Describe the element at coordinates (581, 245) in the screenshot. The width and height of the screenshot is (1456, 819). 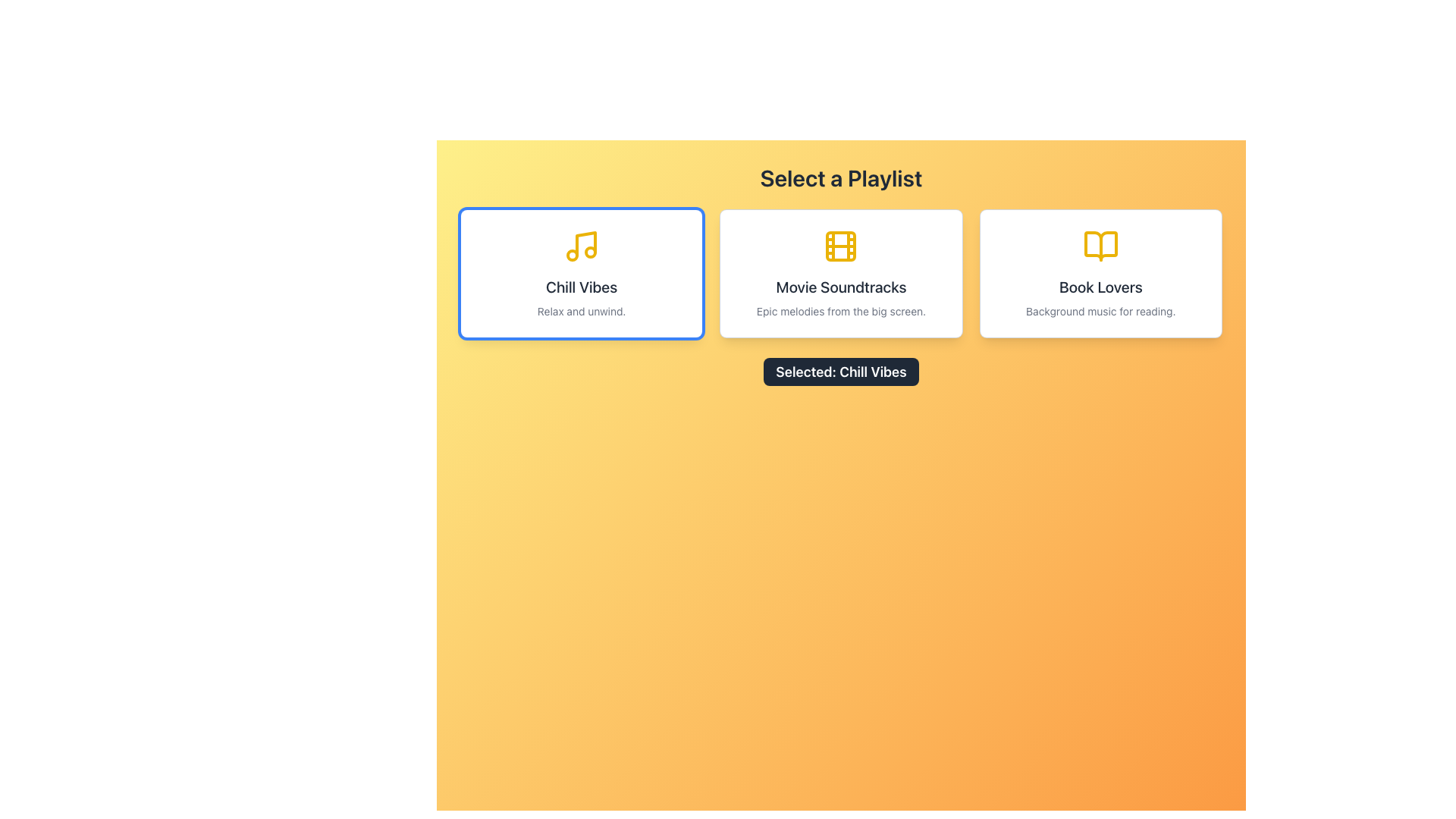
I see `the yellow music icon with two musical notes located at the top-center of the 'Chill Vibes' playlist card` at that location.